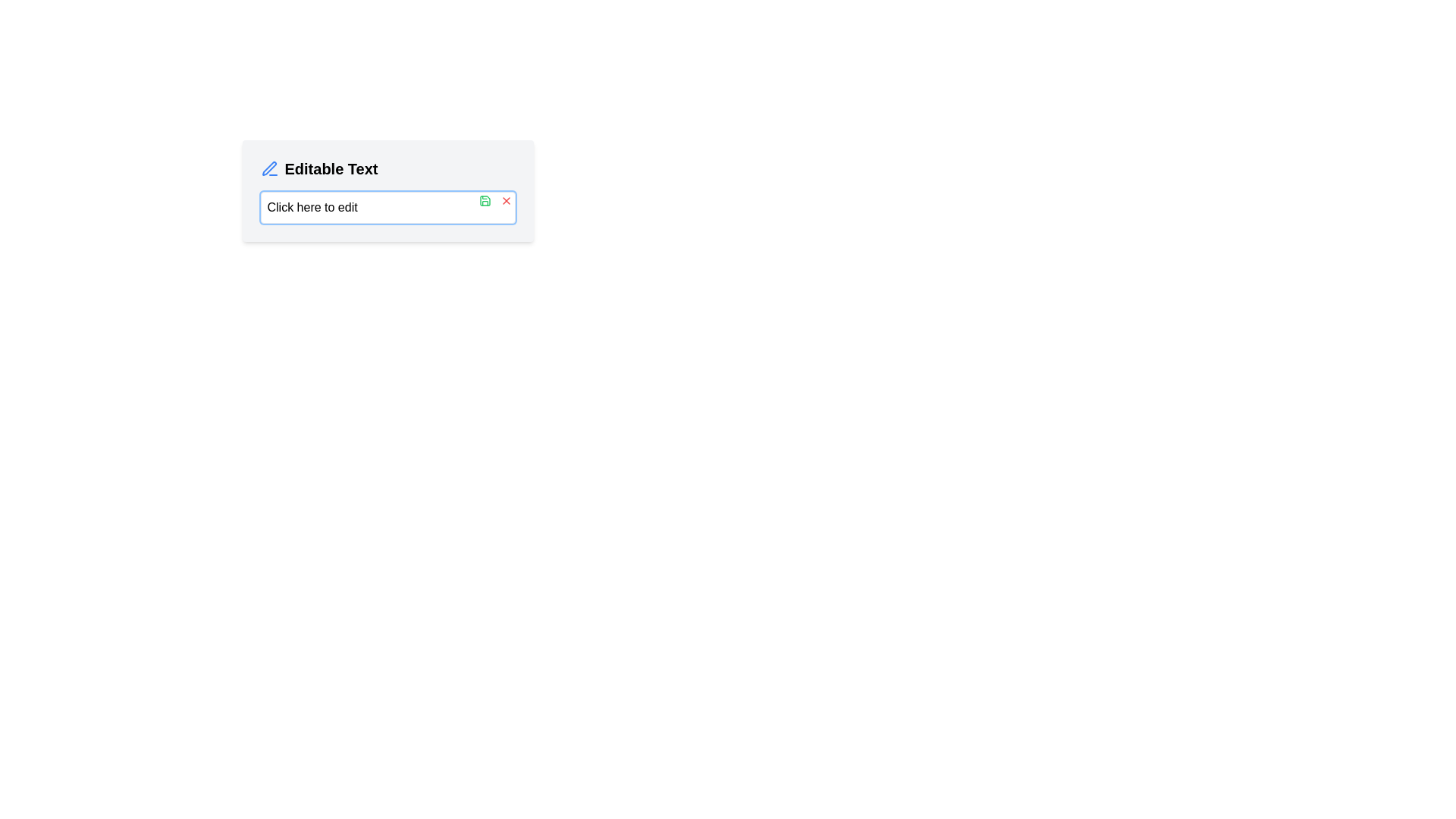 The image size is (1456, 819). What do you see at coordinates (484, 200) in the screenshot?
I see `the save button located at the top-right of the editable area` at bounding box center [484, 200].